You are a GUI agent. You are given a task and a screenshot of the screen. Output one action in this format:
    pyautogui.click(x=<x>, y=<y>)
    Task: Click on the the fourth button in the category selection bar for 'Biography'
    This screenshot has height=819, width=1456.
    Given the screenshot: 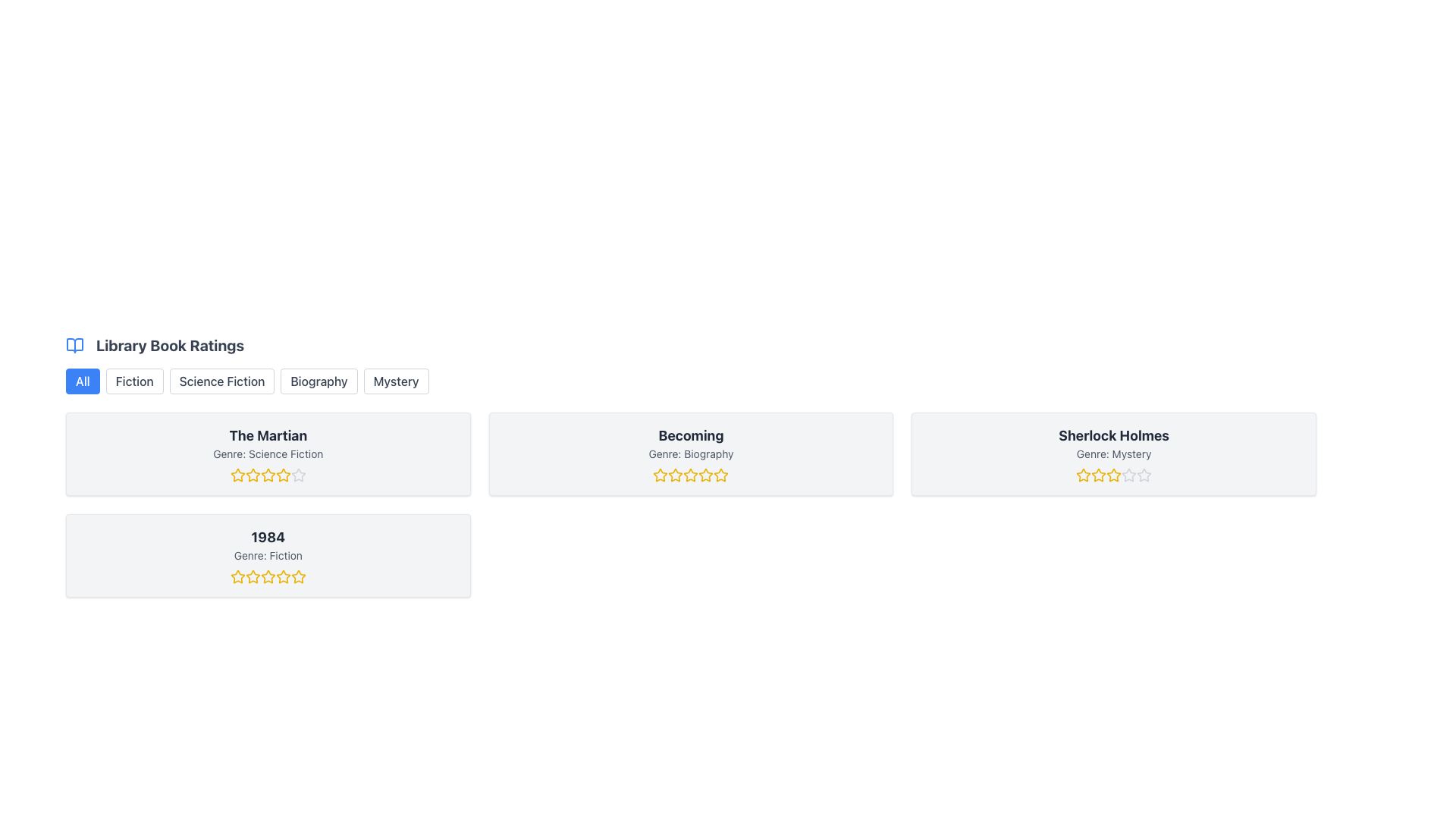 What is the action you would take?
    pyautogui.click(x=318, y=380)
    